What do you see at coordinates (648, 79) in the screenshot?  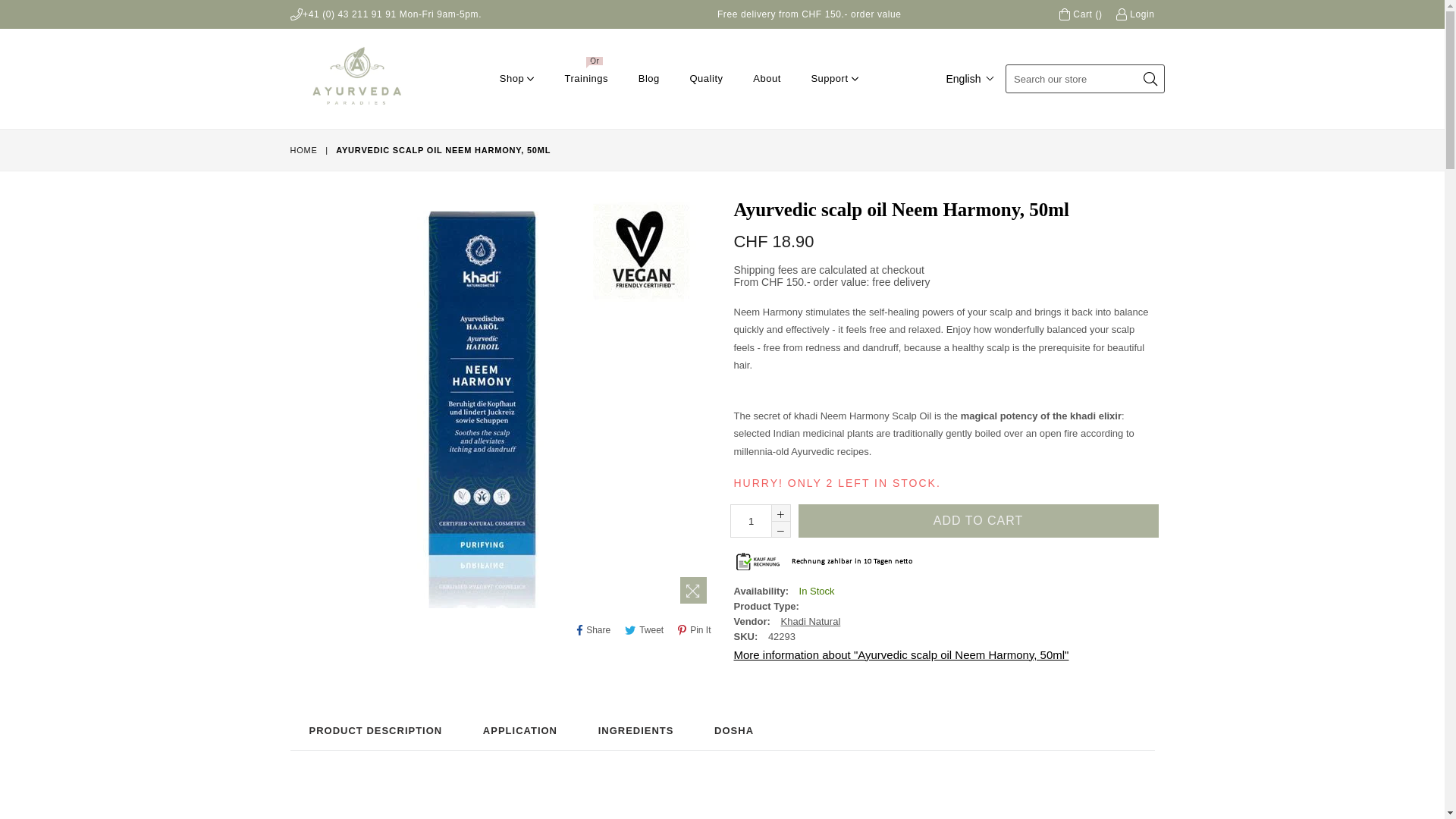 I see `'Blog'` at bounding box center [648, 79].